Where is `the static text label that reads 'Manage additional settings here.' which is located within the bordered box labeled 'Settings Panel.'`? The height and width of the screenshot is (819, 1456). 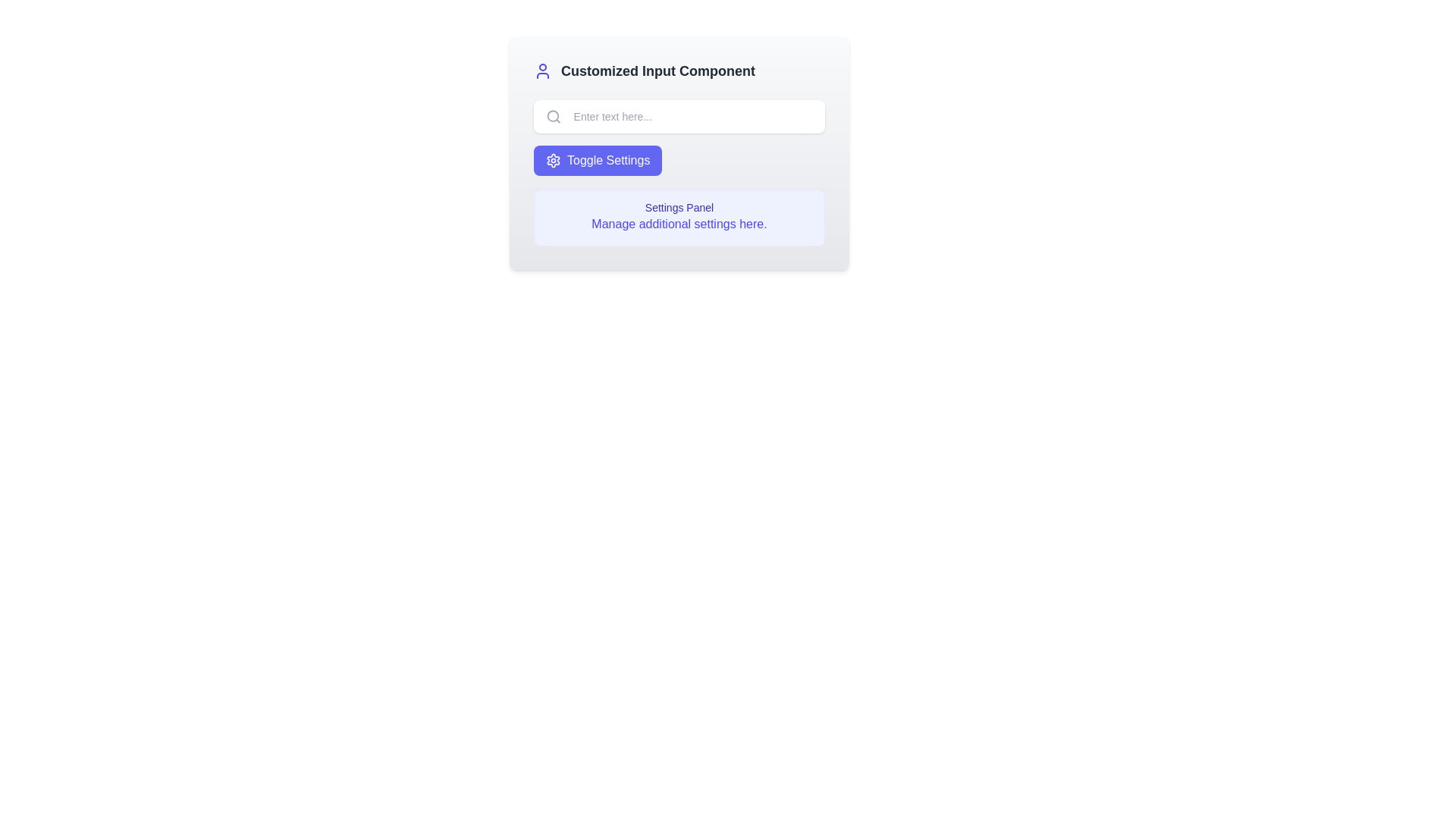
the static text label that reads 'Manage additional settings here.' which is located within the bordered box labeled 'Settings Panel.' is located at coordinates (679, 224).